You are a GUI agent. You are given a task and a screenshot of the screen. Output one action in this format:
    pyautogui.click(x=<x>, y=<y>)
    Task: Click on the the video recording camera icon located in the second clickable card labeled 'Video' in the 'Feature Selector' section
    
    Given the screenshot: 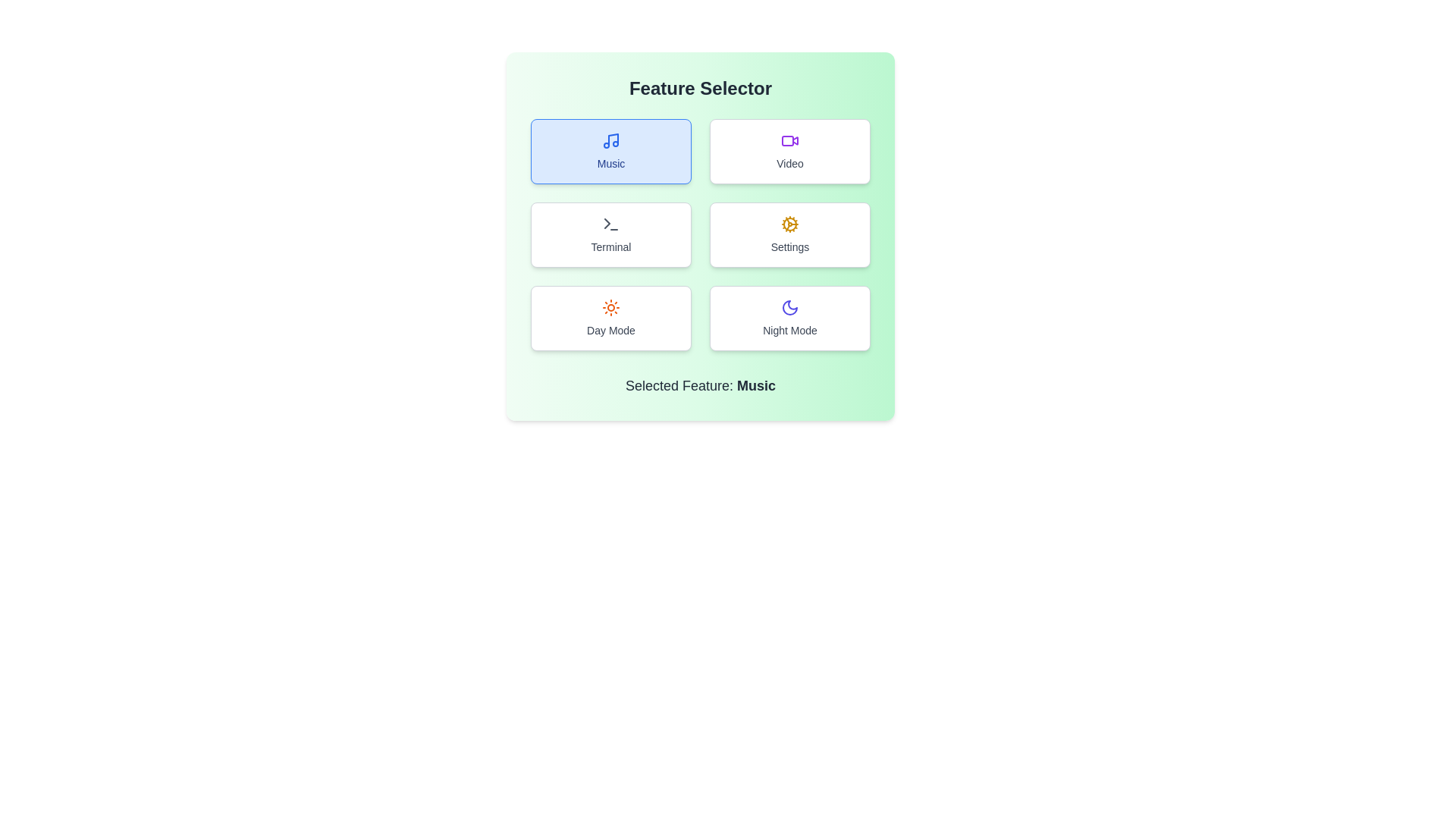 What is the action you would take?
    pyautogui.click(x=789, y=140)
    